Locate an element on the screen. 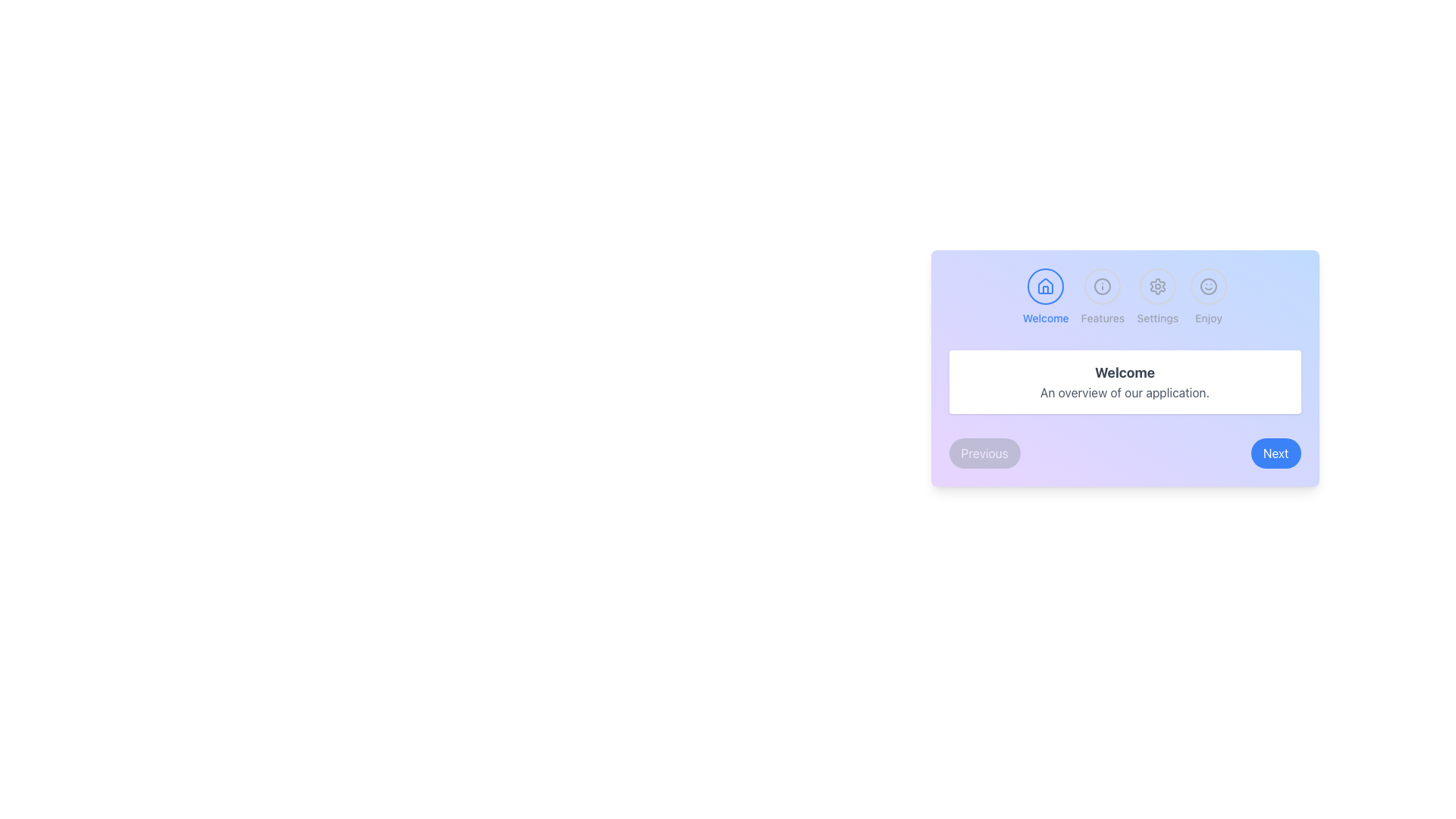 The image size is (1456, 819). the circular button with a blue border and house icon located at the top of the interface, directly above the 'Welcome' label to highlight it is located at coordinates (1045, 287).